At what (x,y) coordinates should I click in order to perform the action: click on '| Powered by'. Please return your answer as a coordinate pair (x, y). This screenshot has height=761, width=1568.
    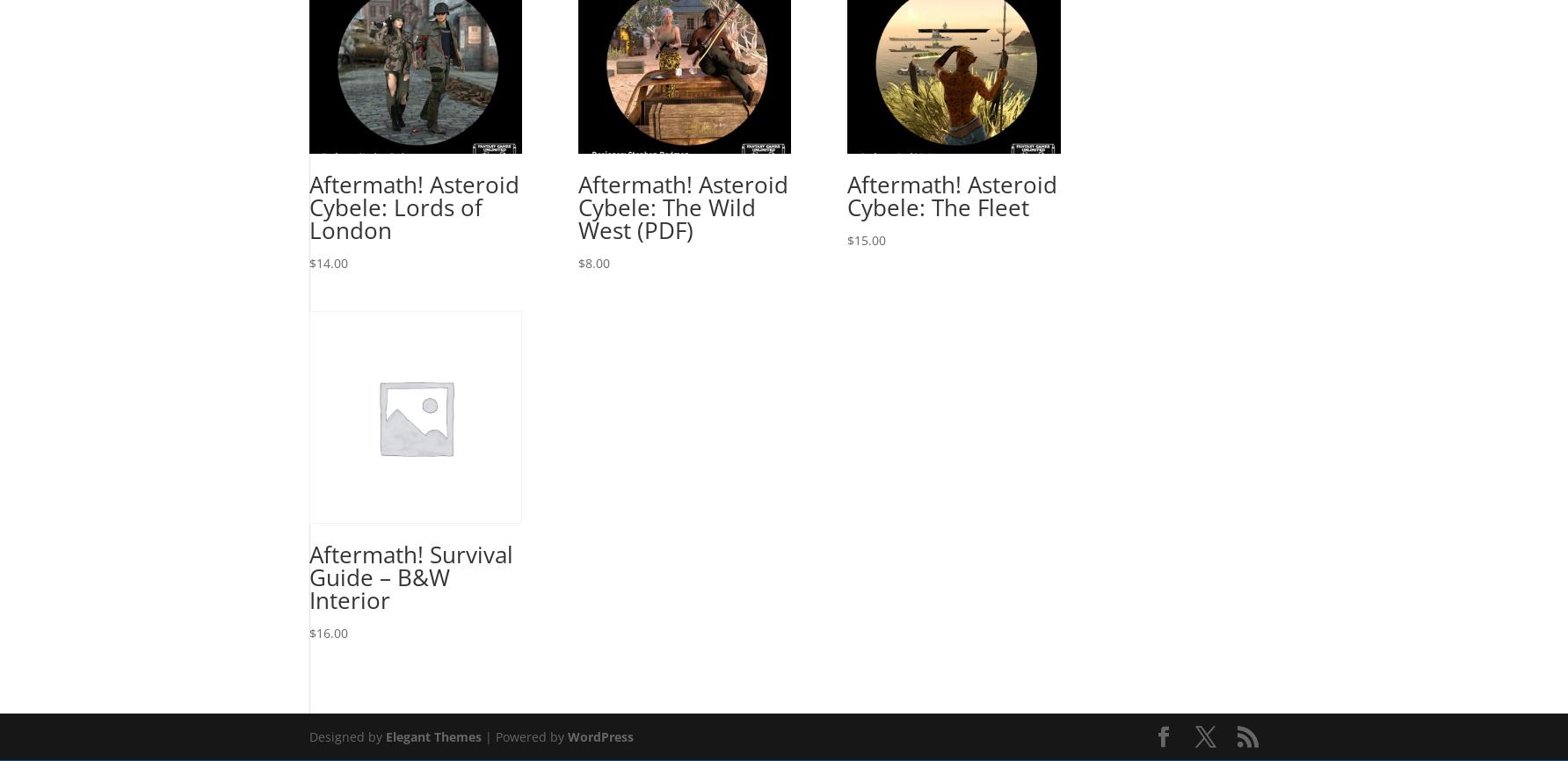
    Looking at the image, I should click on (523, 735).